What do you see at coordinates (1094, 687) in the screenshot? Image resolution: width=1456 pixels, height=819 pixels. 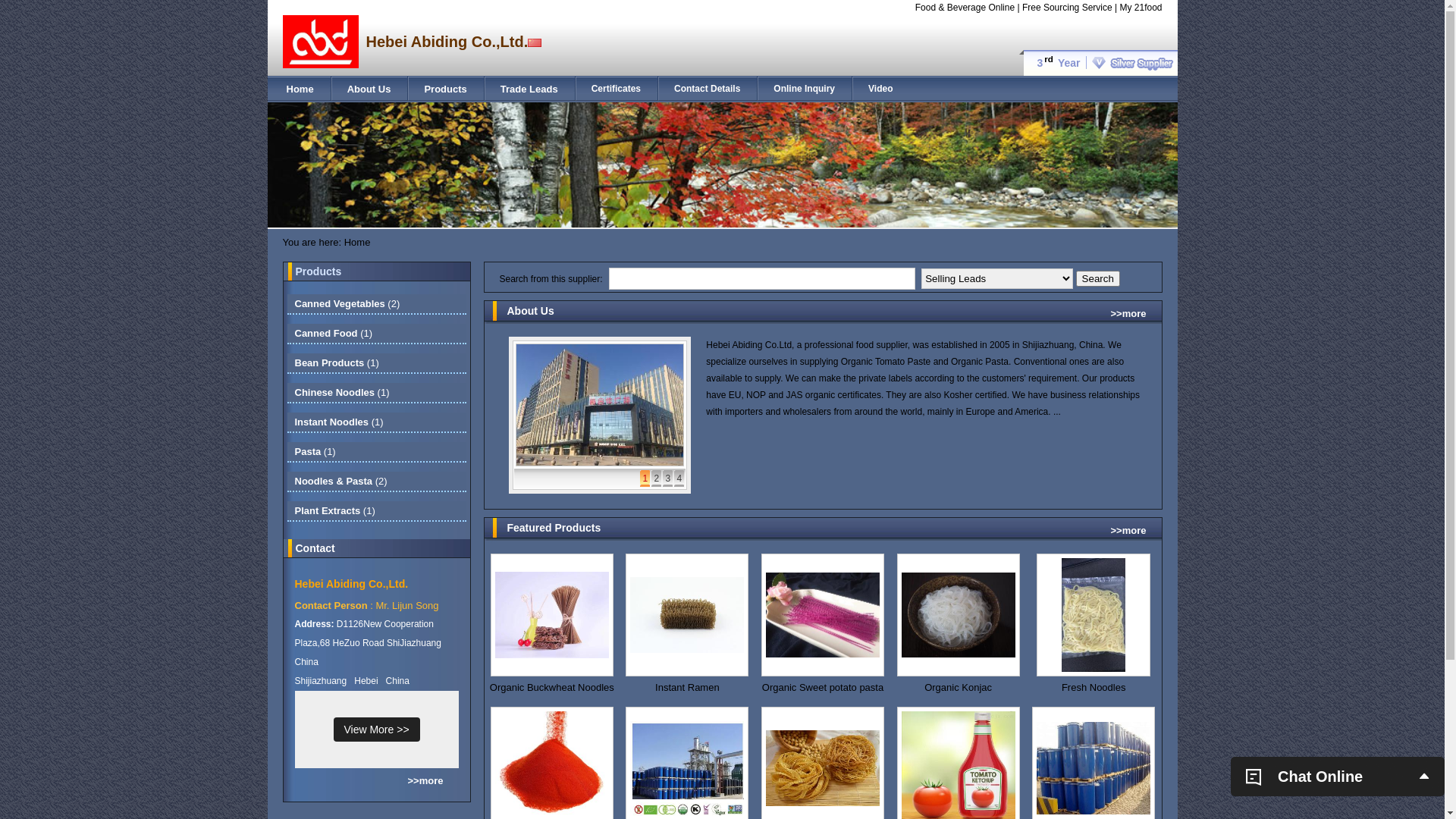 I see `'Fresh Noodles'` at bounding box center [1094, 687].